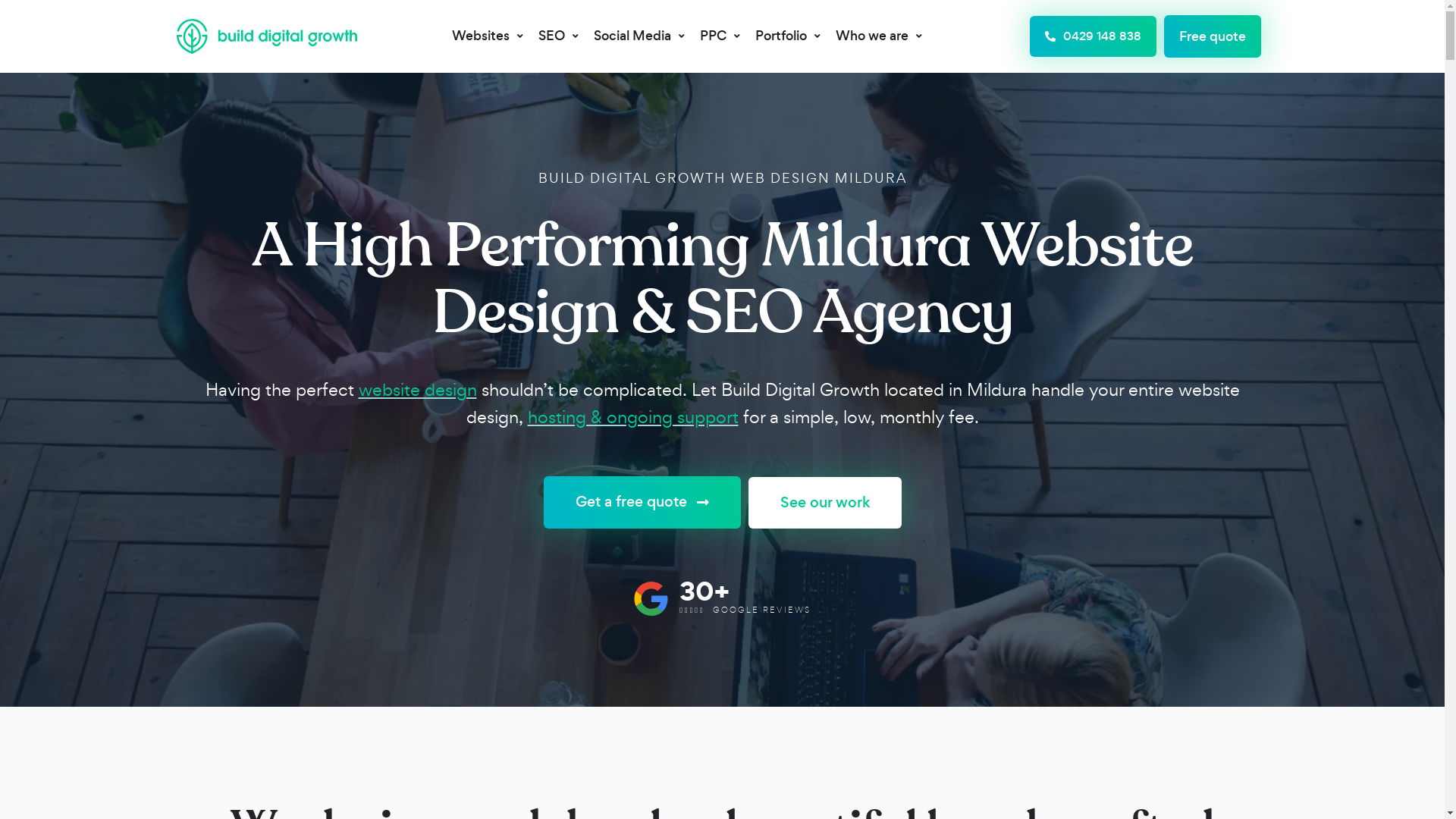 Image resolution: width=1456 pixels, height=819 pixels. Describe the element at coordinates (761, 608) in the screenshot. I see `'GOOGLE REVIEWS'` at that location.